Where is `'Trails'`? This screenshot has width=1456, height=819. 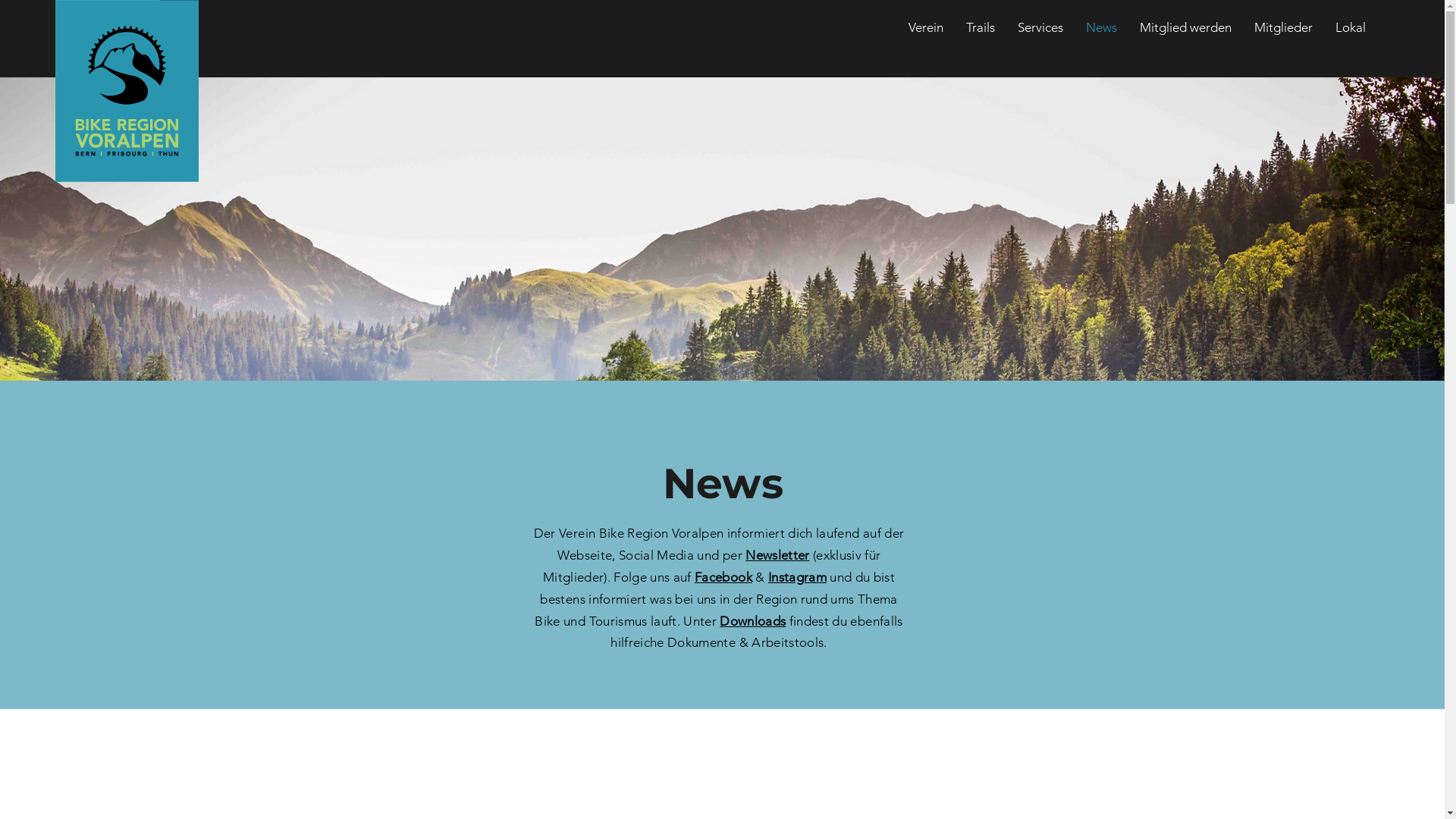 'Trails' is located at coordinates (980, 37).